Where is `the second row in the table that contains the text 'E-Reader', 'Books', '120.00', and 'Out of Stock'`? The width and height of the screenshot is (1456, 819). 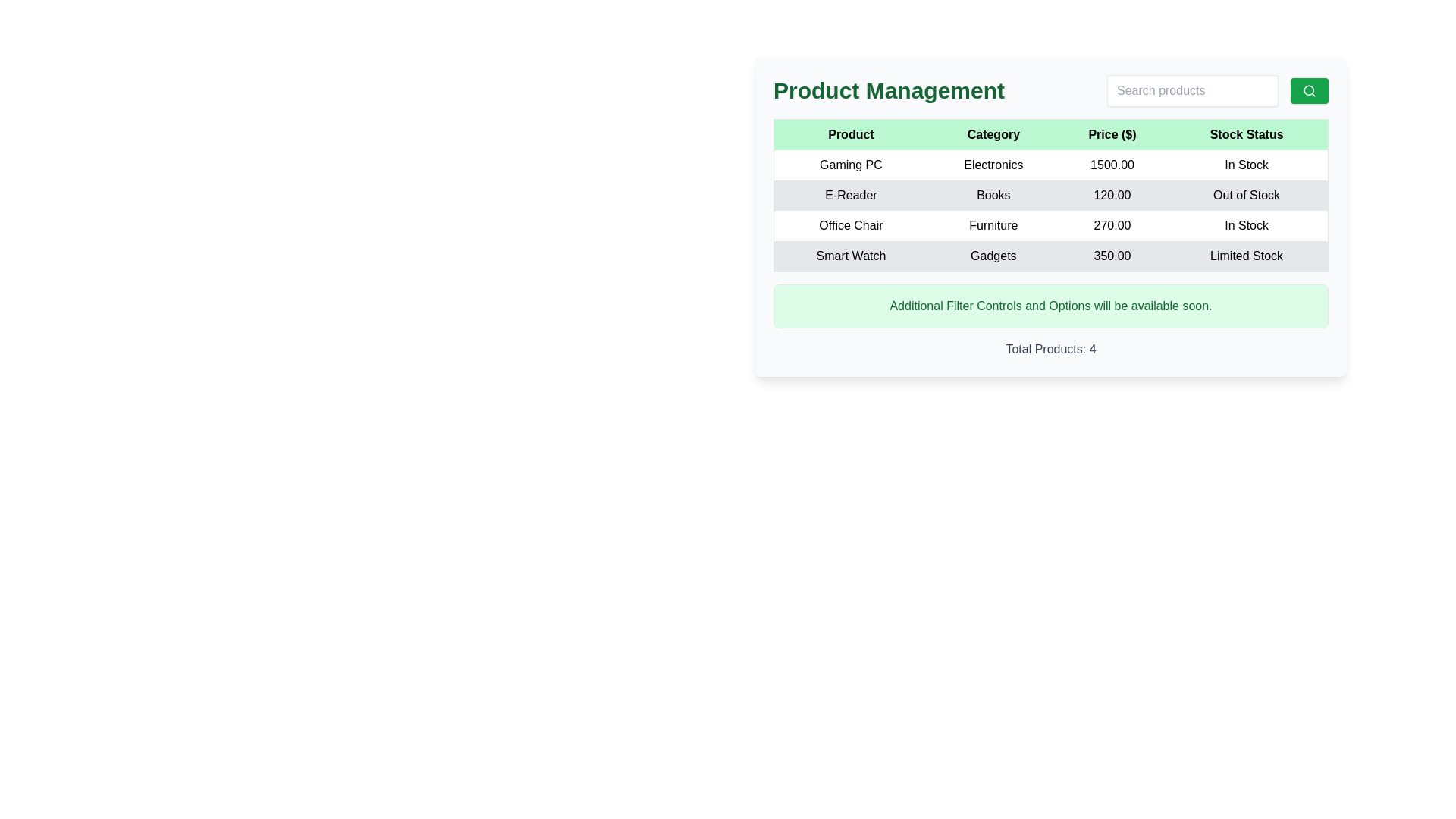 the second row in the table that contains the text 'E-Reader', 'Books', '120.00', and 'Out of Stock' is located at coordinates (1050, 210).